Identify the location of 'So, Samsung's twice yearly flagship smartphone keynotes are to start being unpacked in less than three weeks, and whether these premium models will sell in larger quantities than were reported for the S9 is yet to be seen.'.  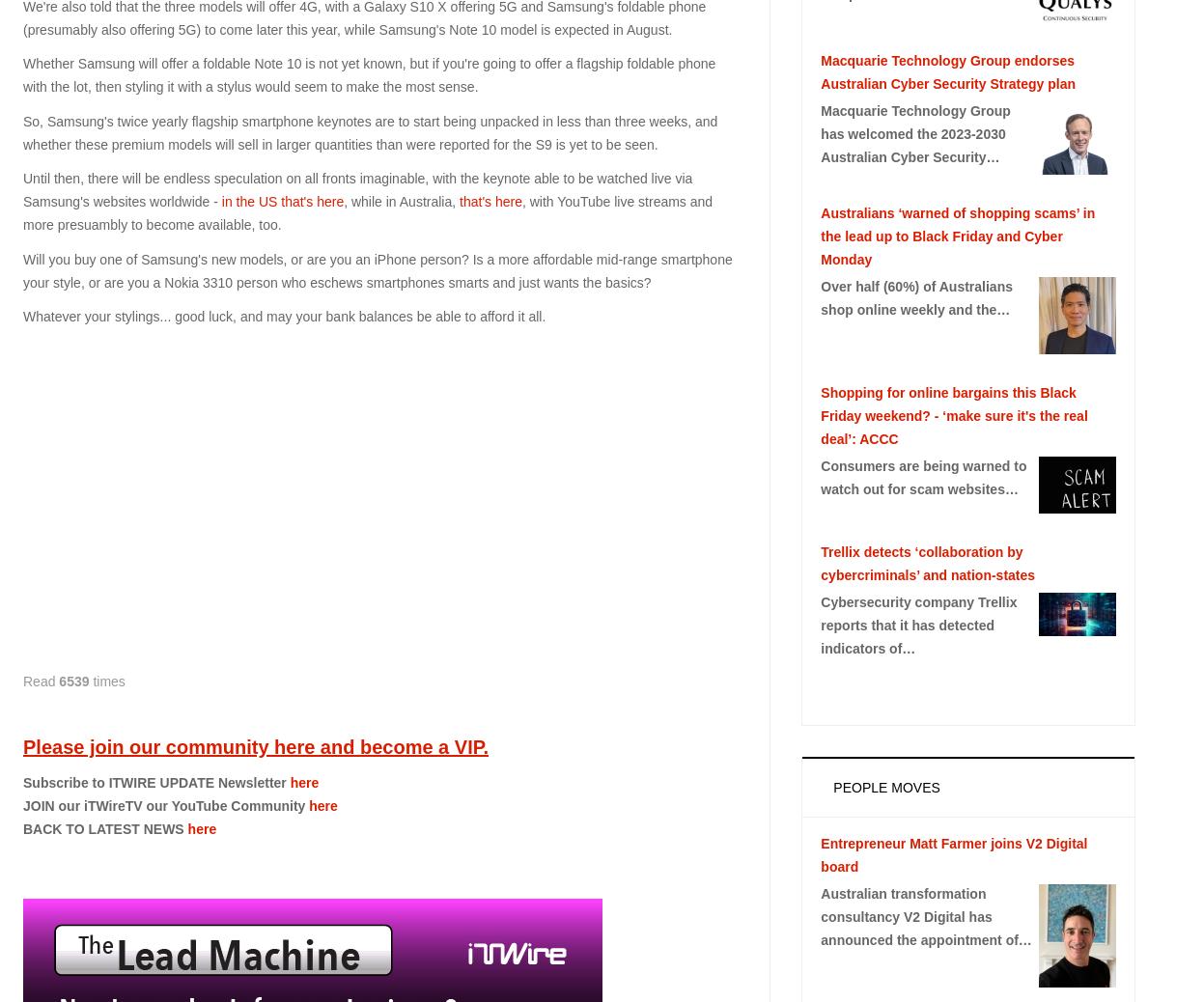
(369, 131).